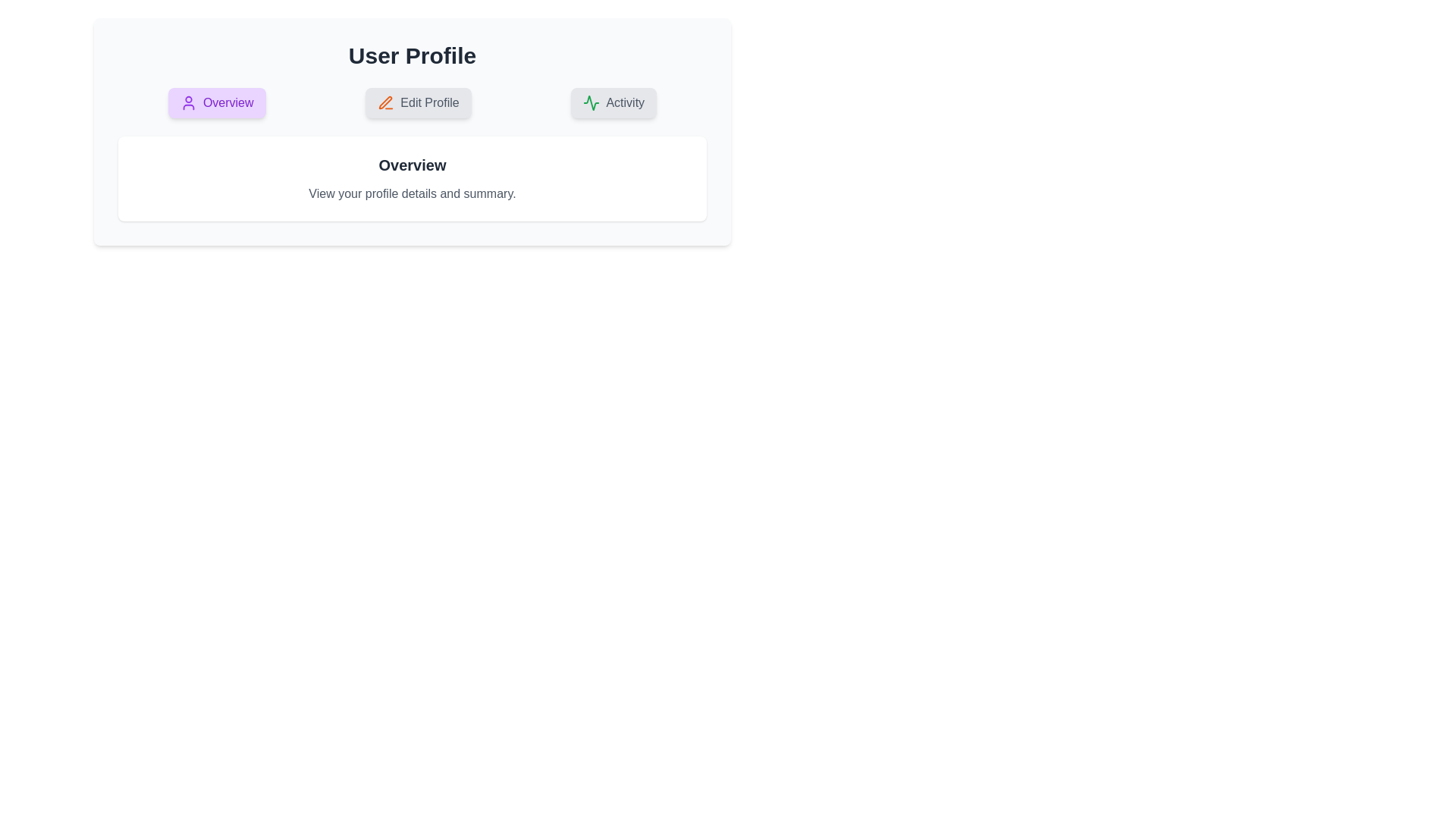  I want to click on the Activity tab by clicking on it, so click(614, 102).